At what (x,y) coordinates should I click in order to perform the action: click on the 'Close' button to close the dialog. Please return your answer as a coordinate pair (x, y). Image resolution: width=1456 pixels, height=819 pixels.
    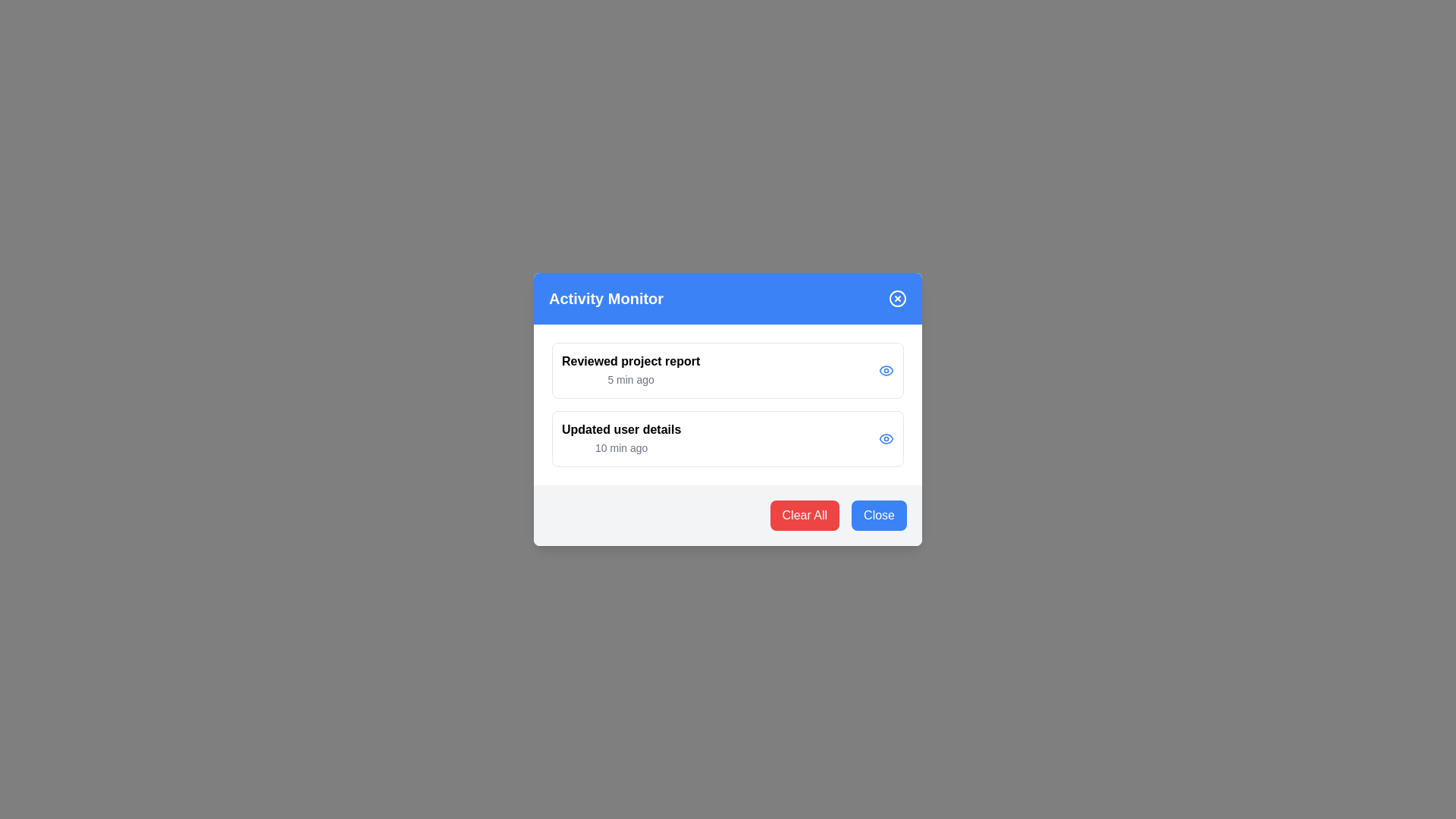
    Looking at the image, I should click on (878, 514).